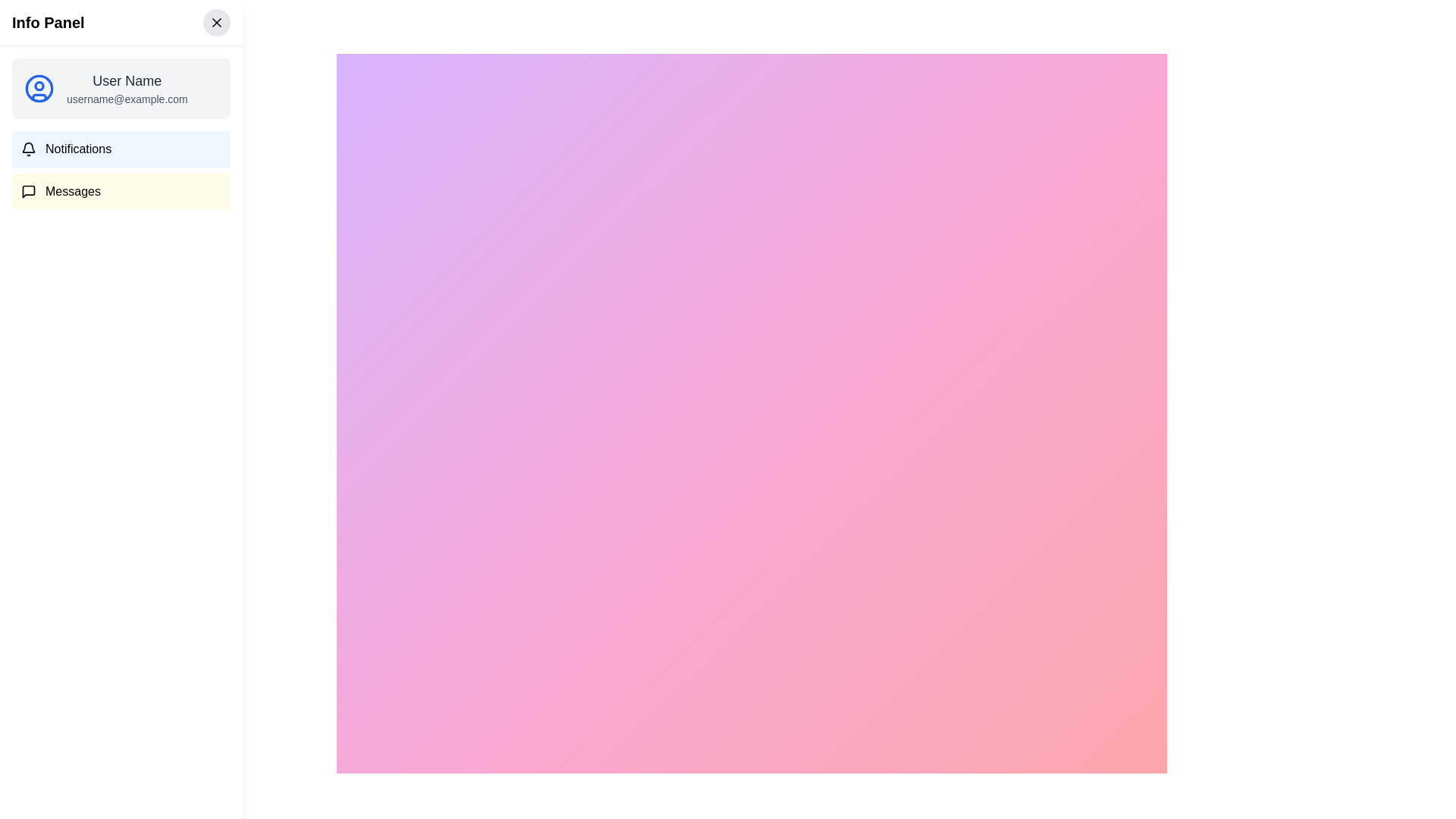 Image resolution: width=1456 pixels, height=819 pixels. Describe the element at coordinates (29, 191) in the screenshot. I see `the 'Messages' icon located at the left-most position in the vertical menu, below the 'Notifications' entry` at that location.